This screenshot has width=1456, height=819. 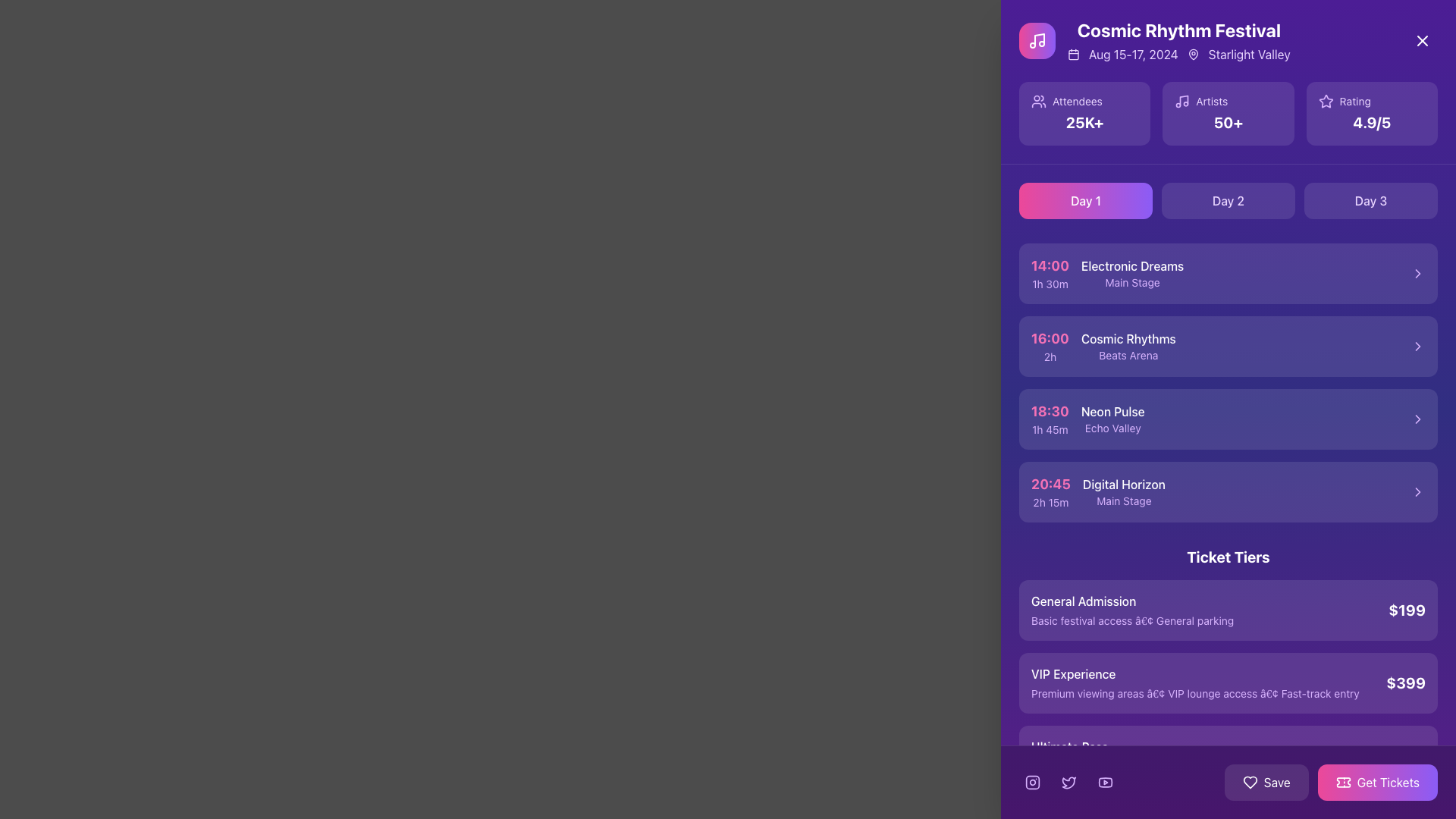 What do you see at coordinates (1124, 485) in the screenshot?
I see `the static text label displaying 'Digital Horizon' which is styled in white font on a dark purple background, located in the event details section under the time slot (20:45) and above the 'Main Stage' subtitle` at bounding box center [1124, 485].